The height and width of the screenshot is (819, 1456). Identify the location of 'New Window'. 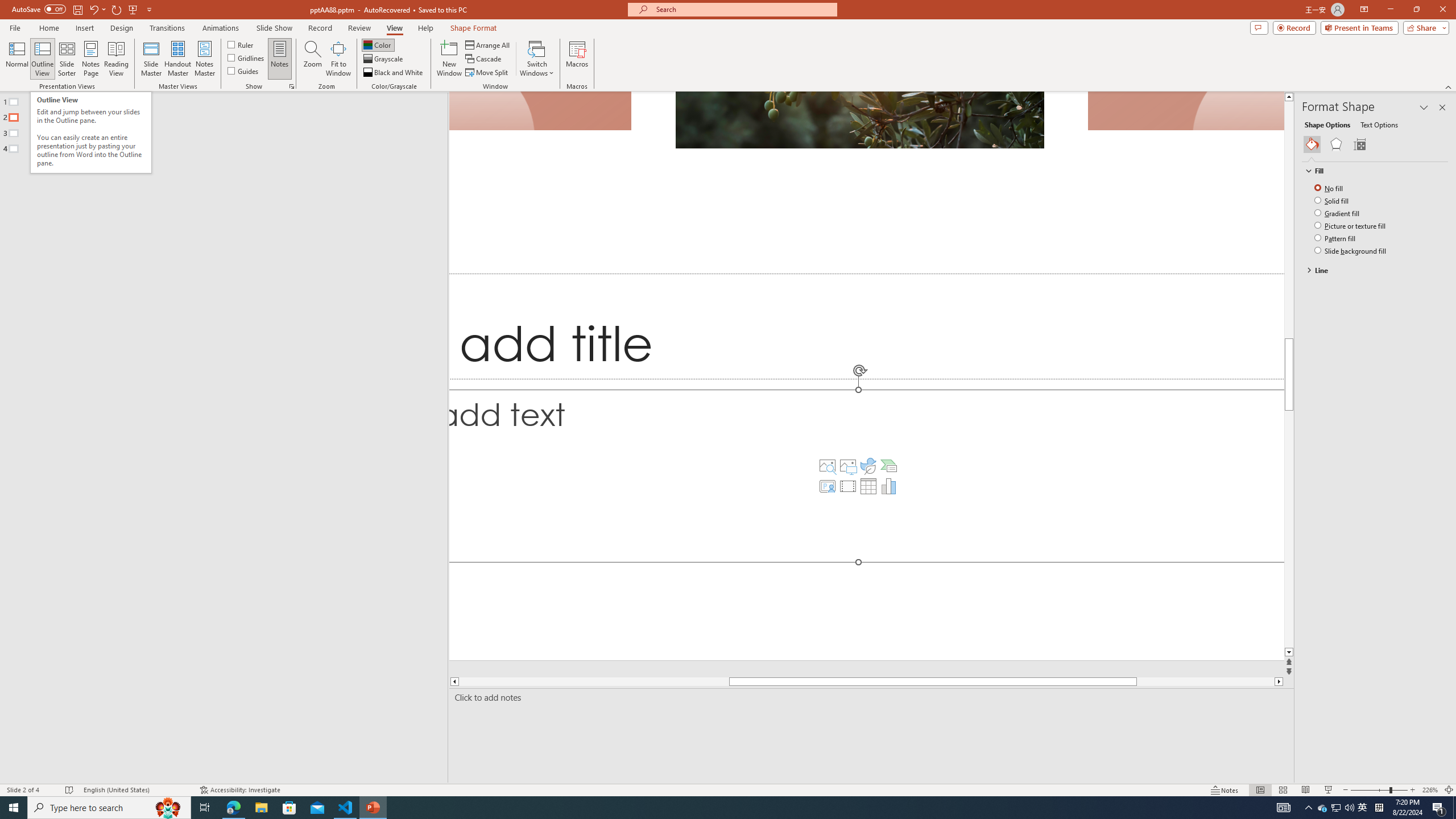
(448, 59).